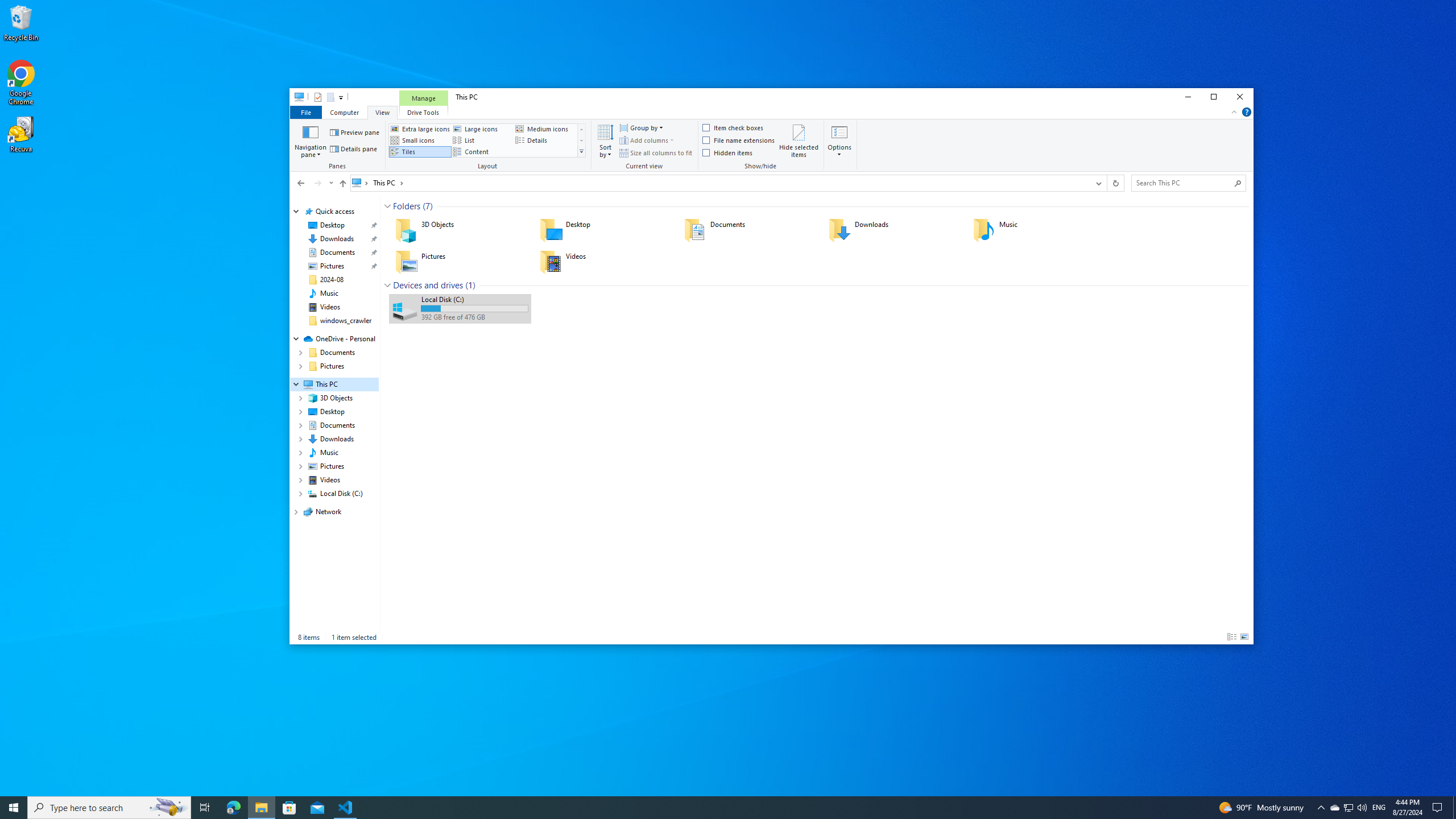 The height and width of the screenshot is (819, 1456). What do you see at coordinates (603, 229) in the screenshot?
I see `'Desktop'` at bounding box center [603, 229].